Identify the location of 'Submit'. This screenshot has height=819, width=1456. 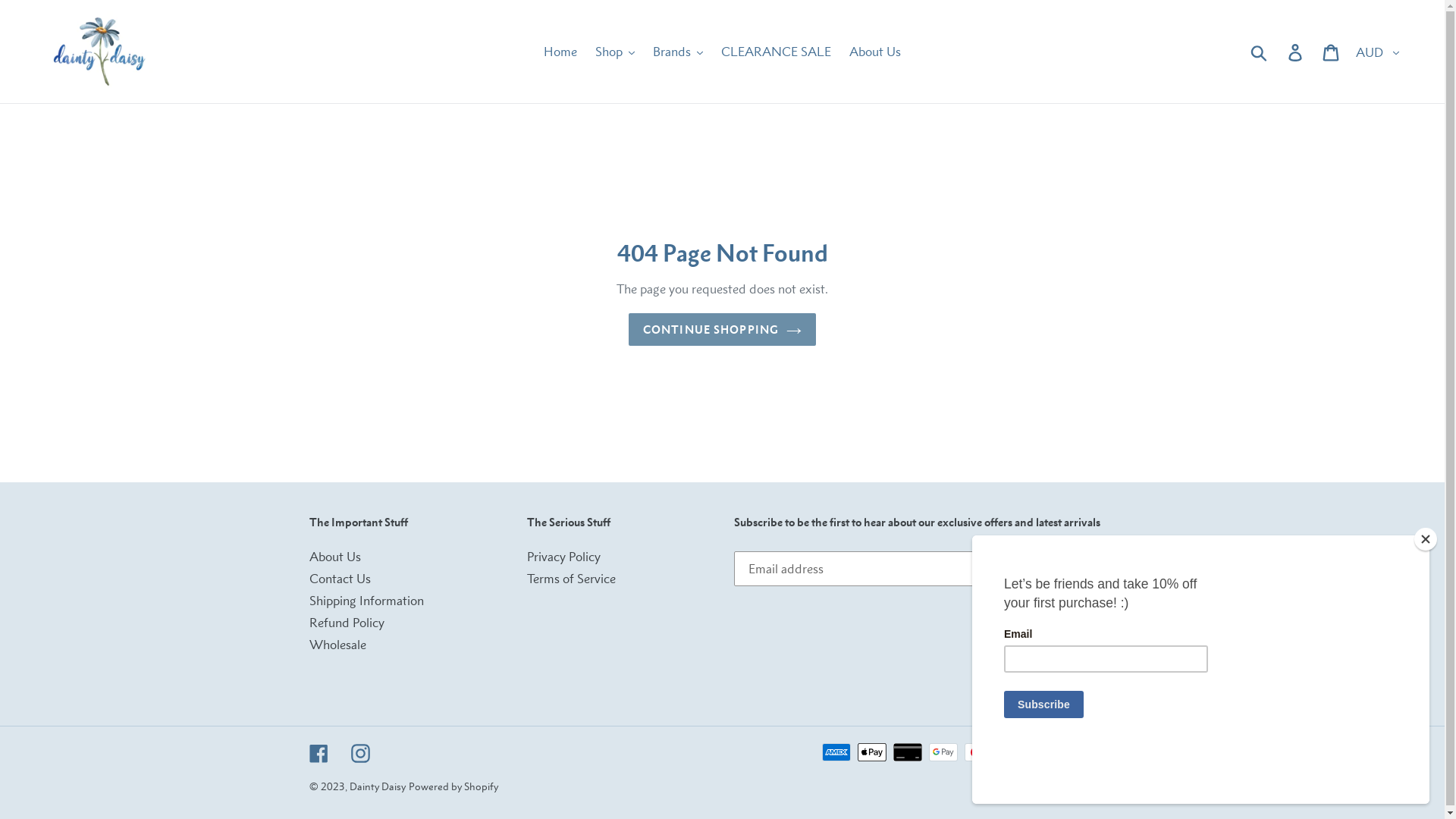
(1260, 51).